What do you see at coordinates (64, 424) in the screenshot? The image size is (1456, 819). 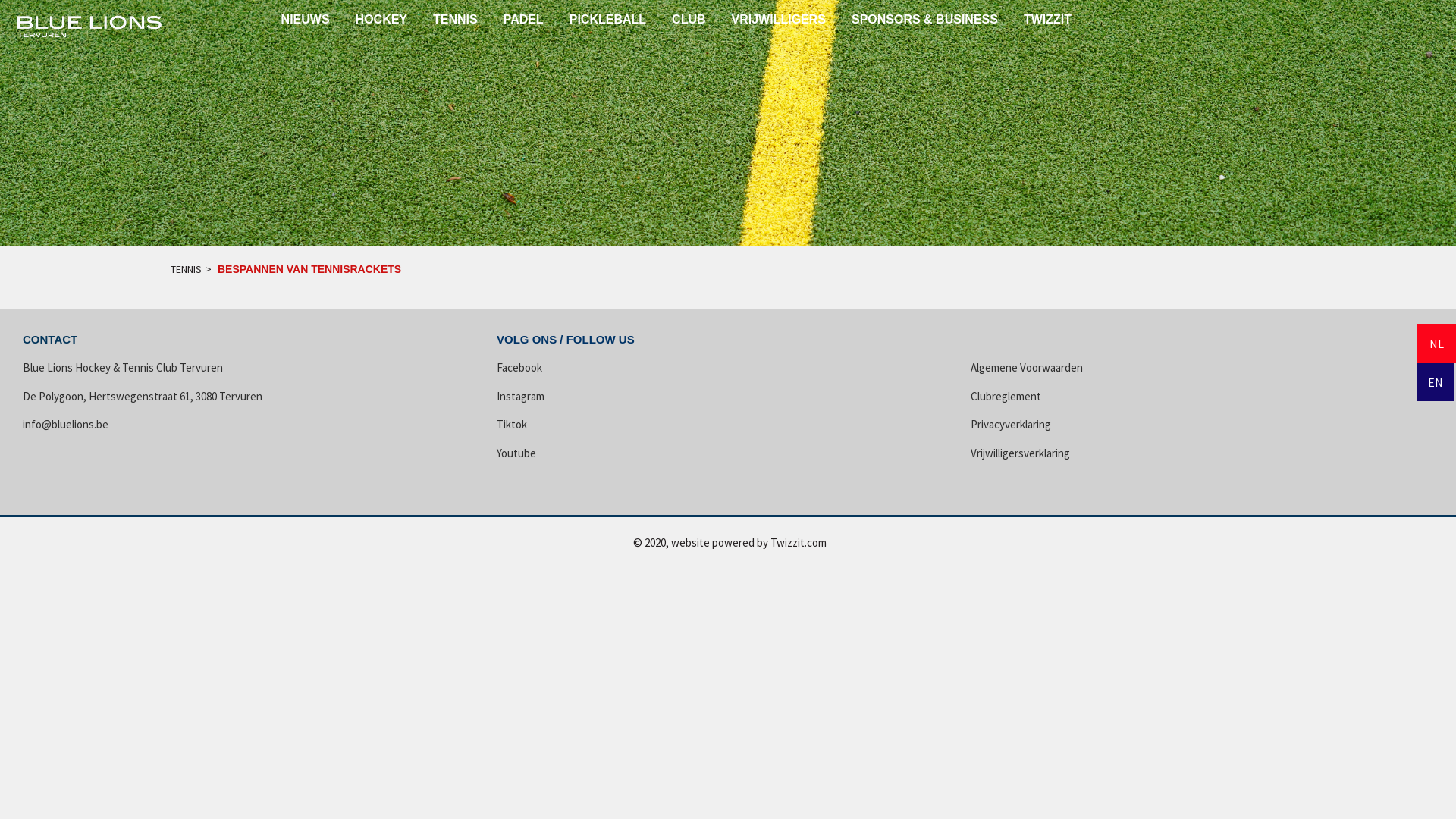 I see `'info@bluelions.be'` at bounding box center [64, 424].